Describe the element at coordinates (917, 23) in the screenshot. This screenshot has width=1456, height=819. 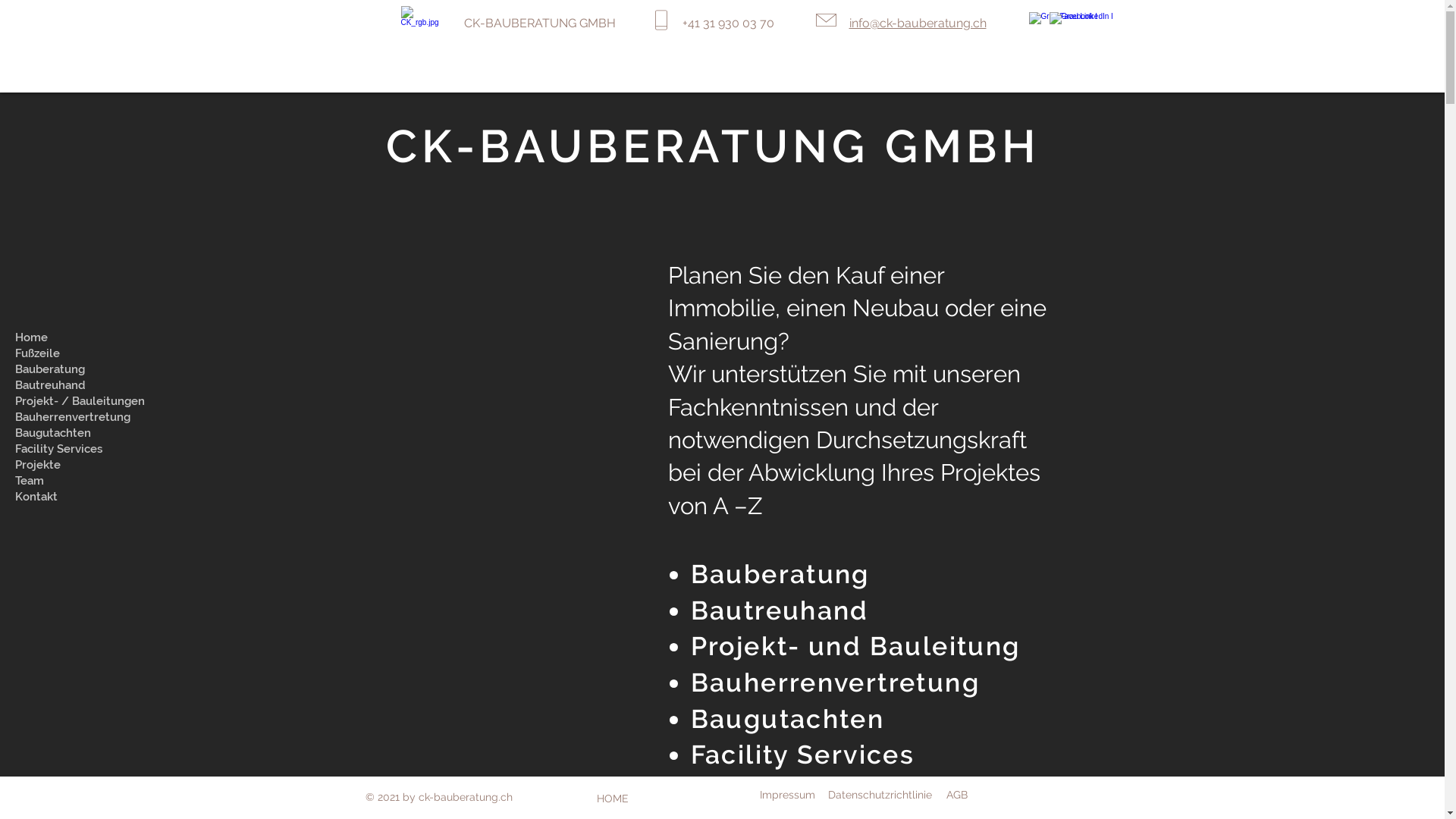
I see `'info@ck-bauberatung.ch'` at that location.